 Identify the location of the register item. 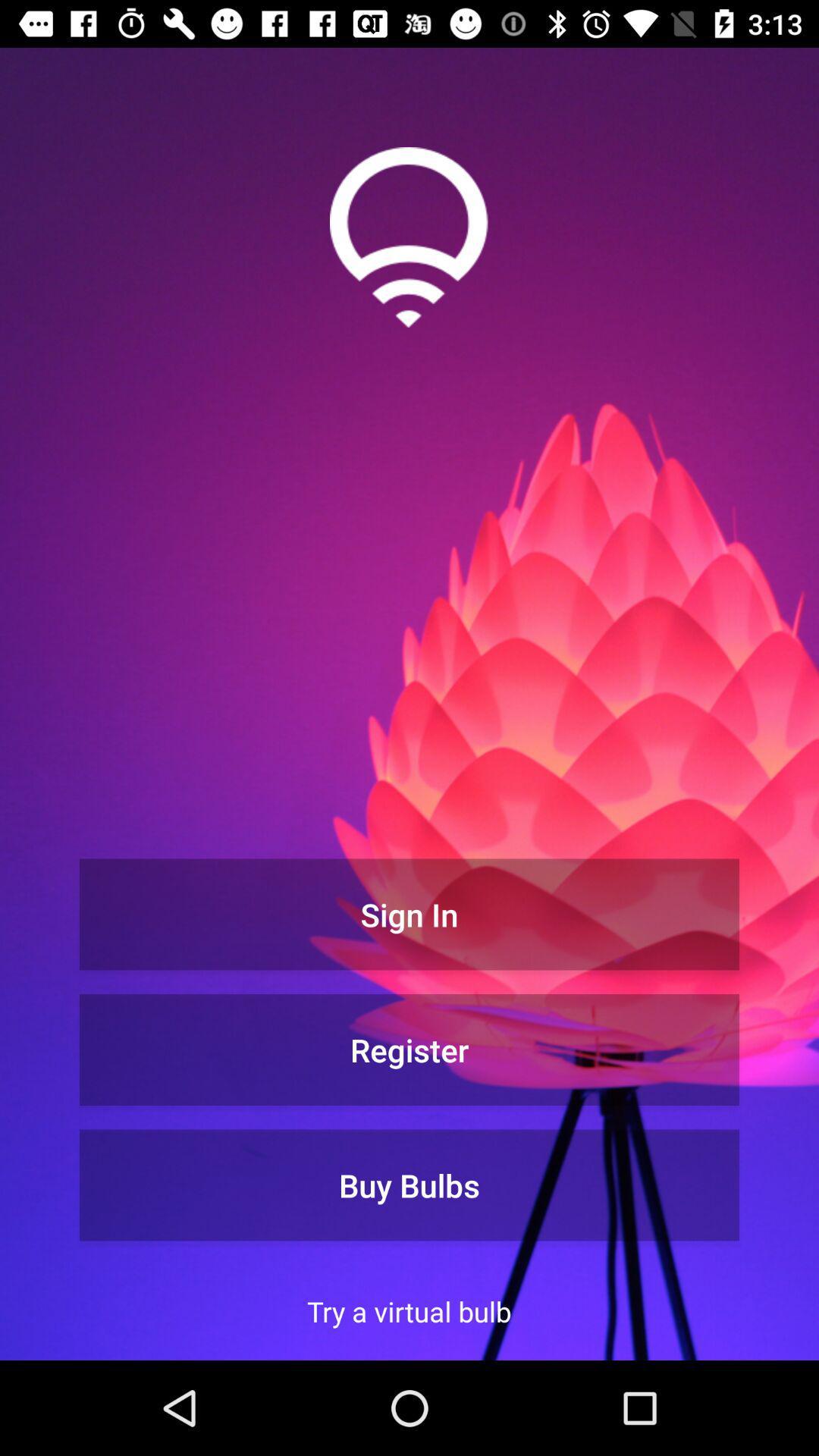
(409, 1049).